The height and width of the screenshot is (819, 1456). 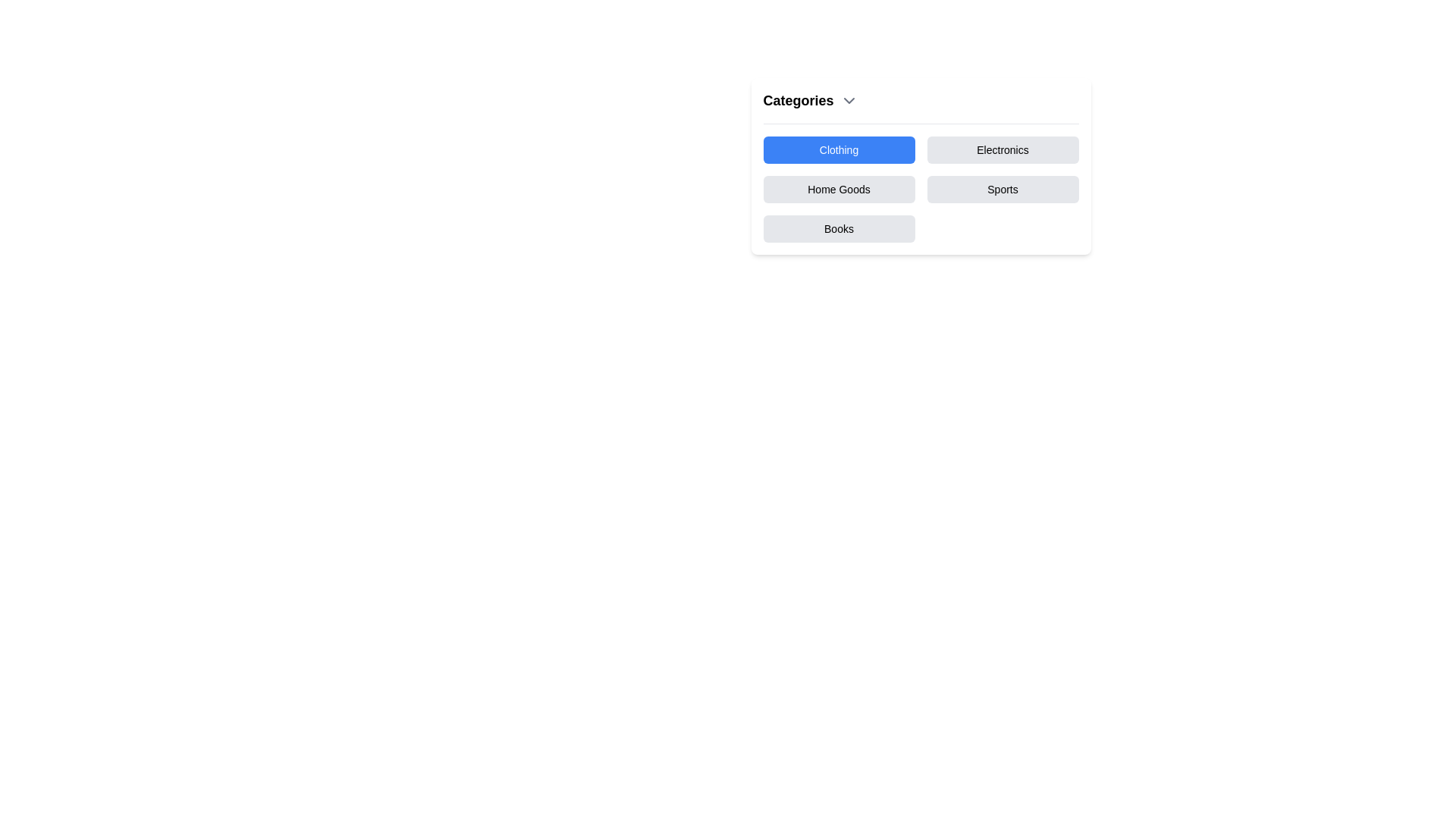 I want to click on the 'Sports' button, which is the second item in the second row of a 2x3 grid layout, located to the right of the 'Home Goods' button and above the 'Books' button, so click(x=1003, y=189).